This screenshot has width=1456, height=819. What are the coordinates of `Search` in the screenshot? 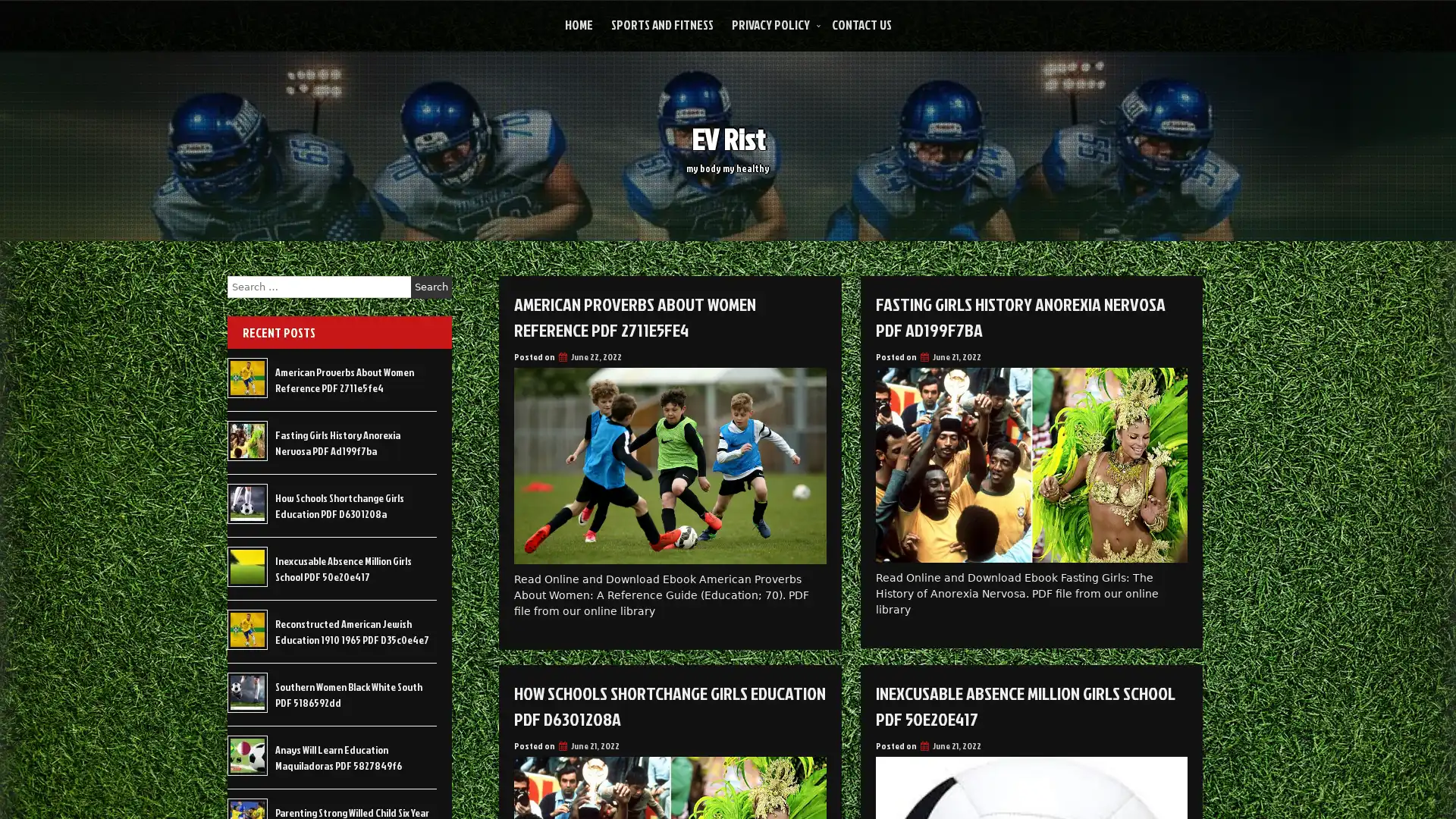 It's located at (431, 287).